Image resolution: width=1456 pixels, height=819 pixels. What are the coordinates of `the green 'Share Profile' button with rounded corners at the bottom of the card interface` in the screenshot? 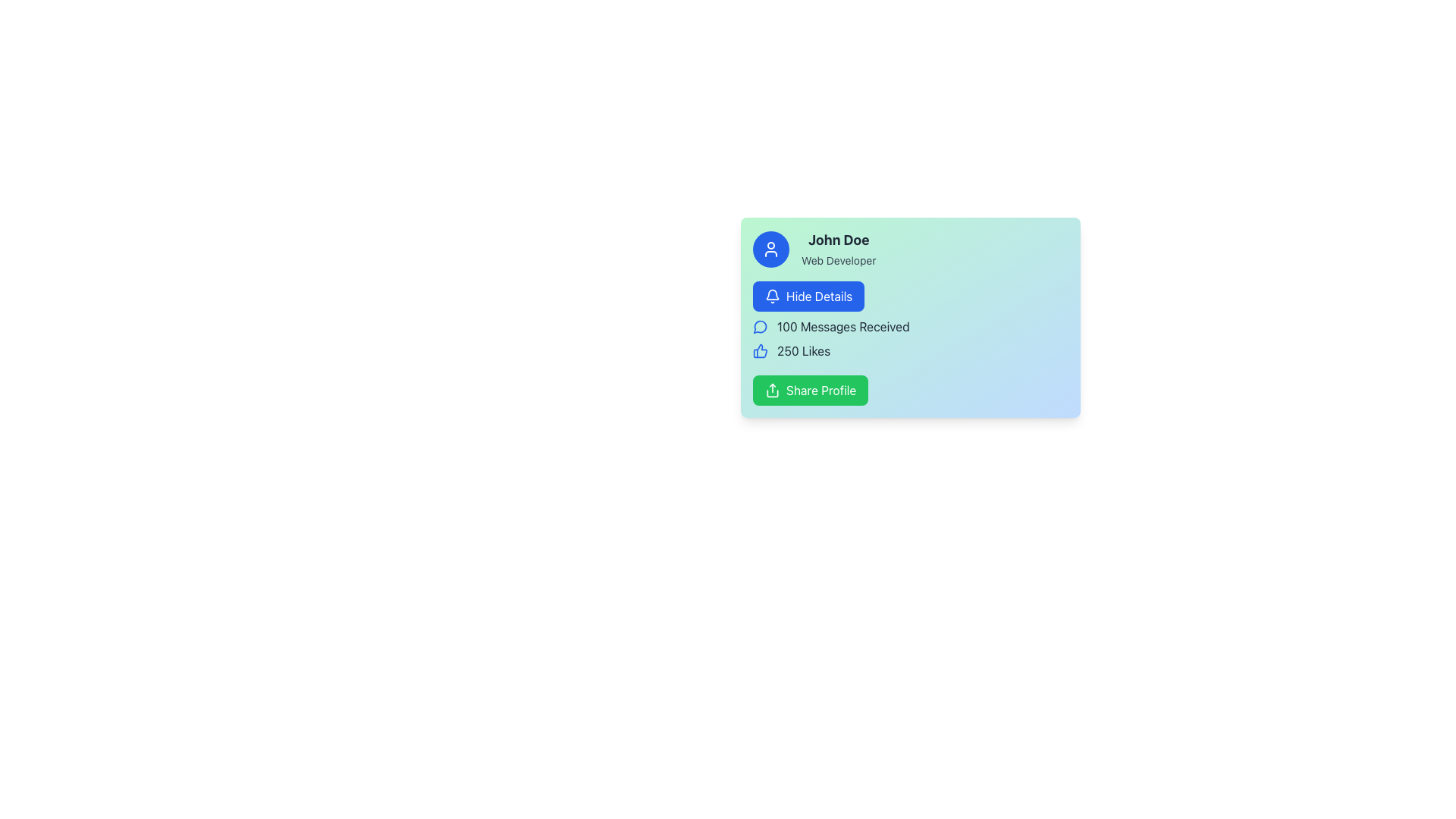 It's located at (810, 390).